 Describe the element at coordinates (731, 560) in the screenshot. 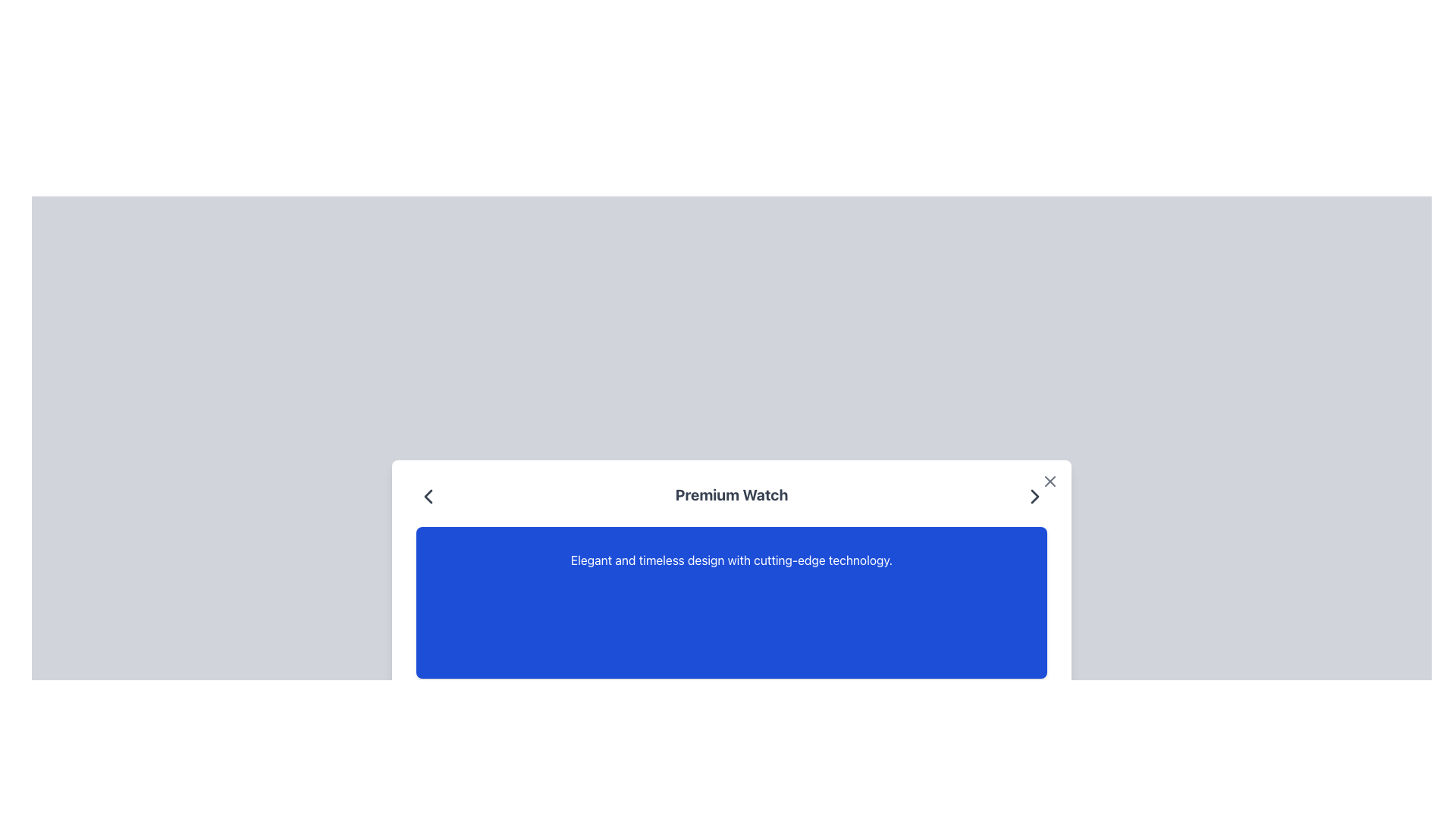

I see `text 'Elegant and timeless design with cutting-edge technology.' from the centered text block within the blue rectangular background located below the 'Premium Watch' header bar` at that location.